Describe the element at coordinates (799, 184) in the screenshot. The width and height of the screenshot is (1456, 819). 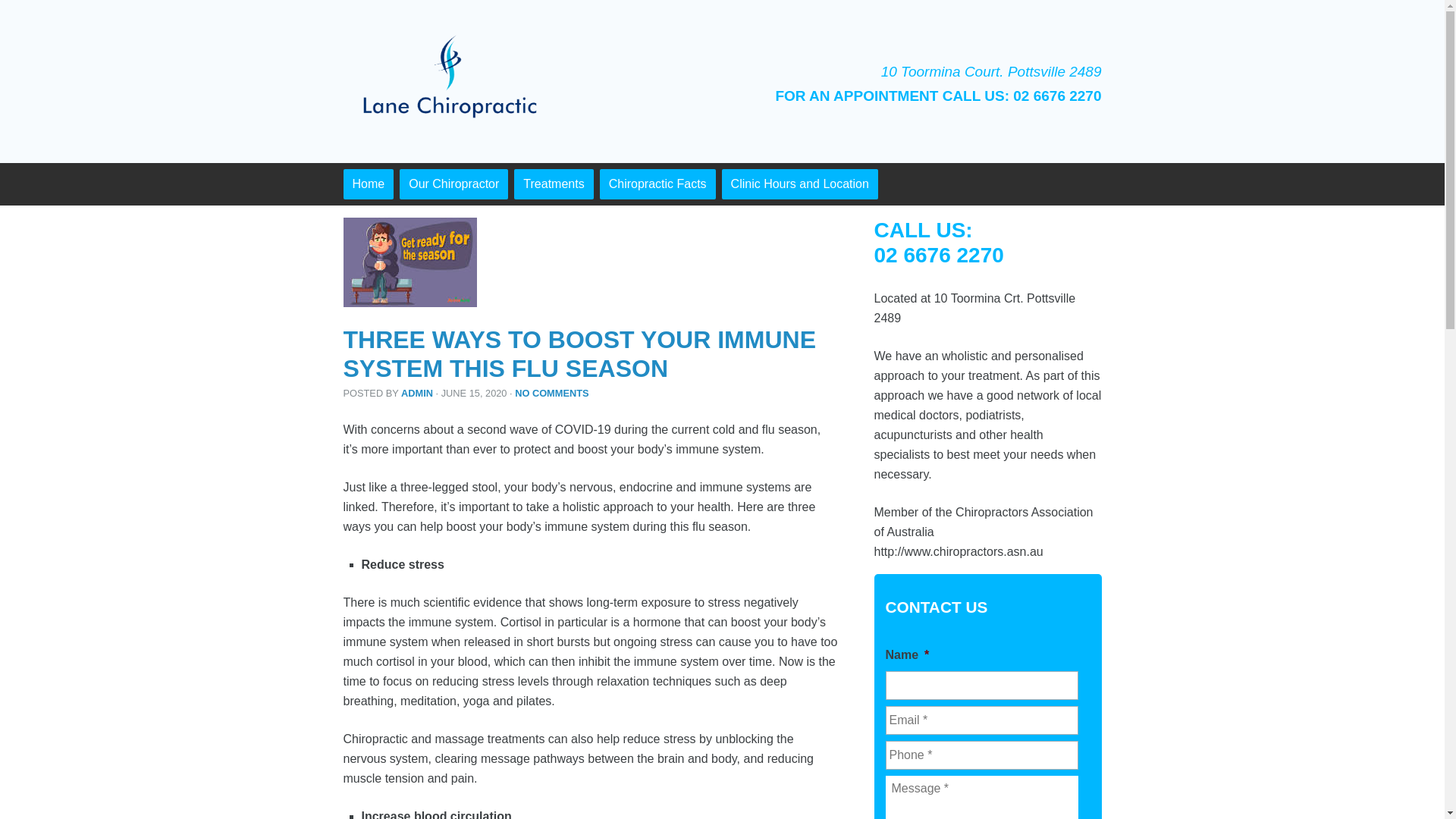
I see `'Clinic Hours and Location'` at that location.